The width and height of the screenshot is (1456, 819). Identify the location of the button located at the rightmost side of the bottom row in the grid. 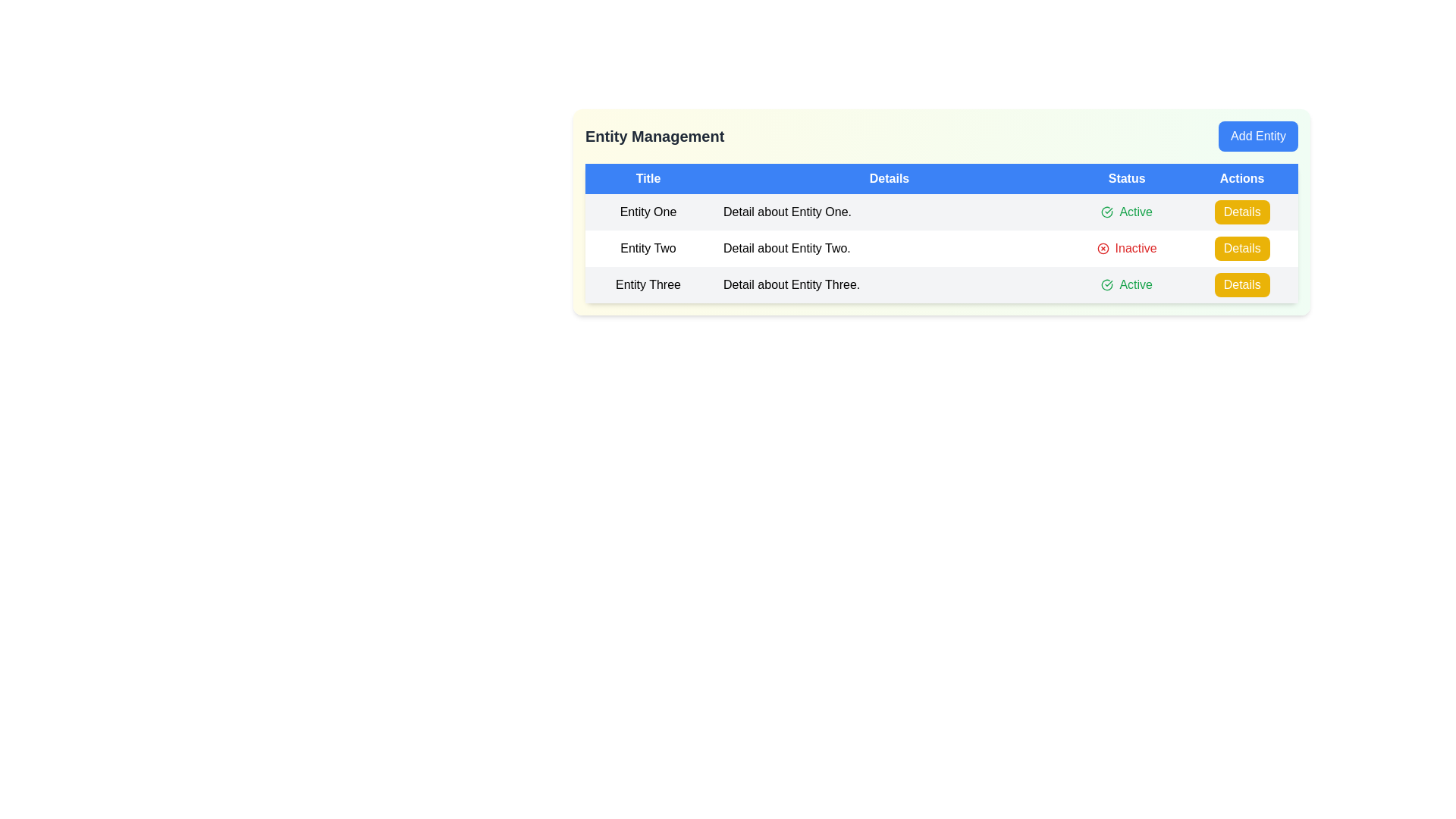
(1241, 284).